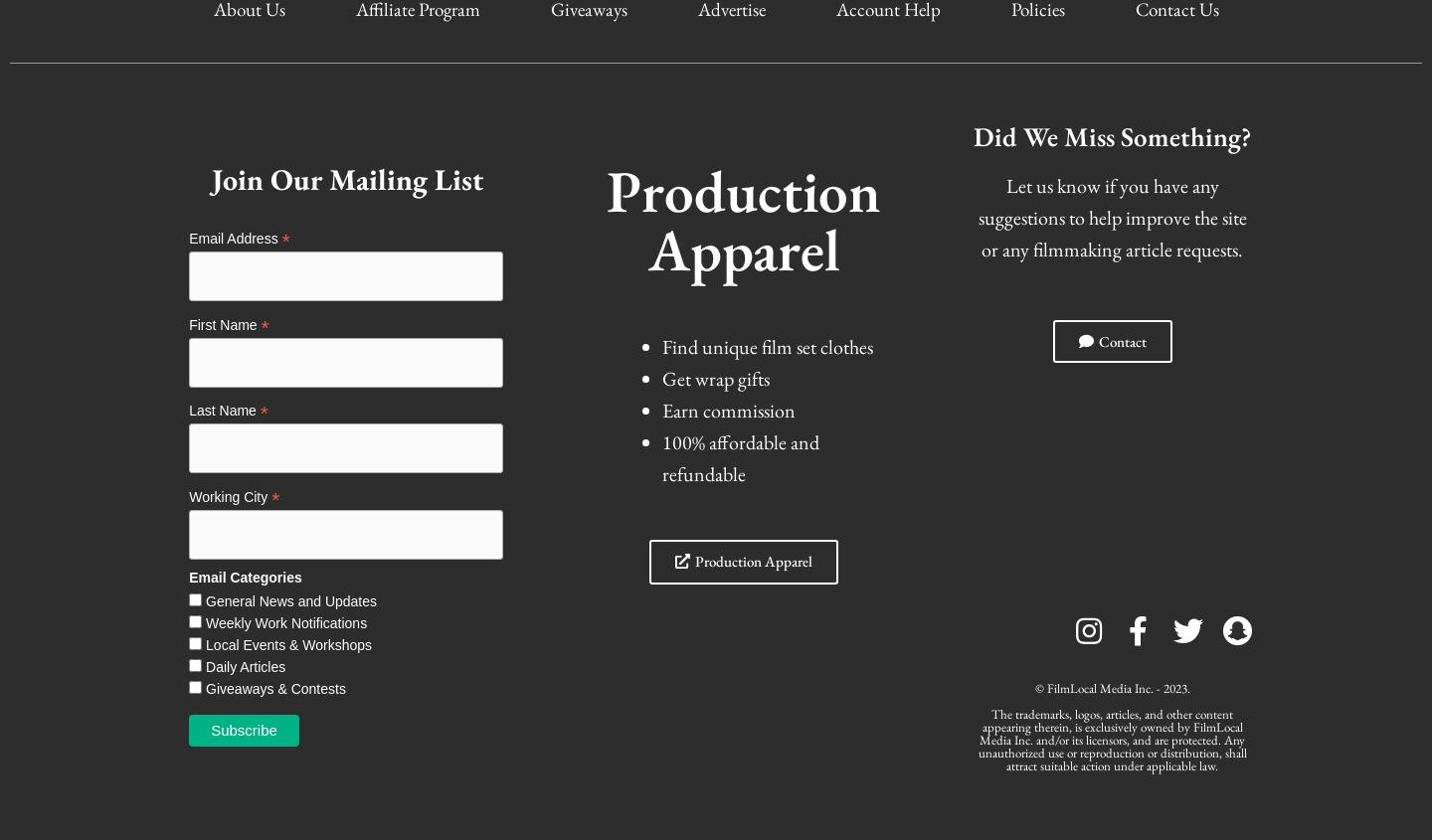 This screenshot has height=840, width=1432. Describe the element at coordinates (714, 378) in the screenshot. I see `'Get wrap gifts'` at that location.